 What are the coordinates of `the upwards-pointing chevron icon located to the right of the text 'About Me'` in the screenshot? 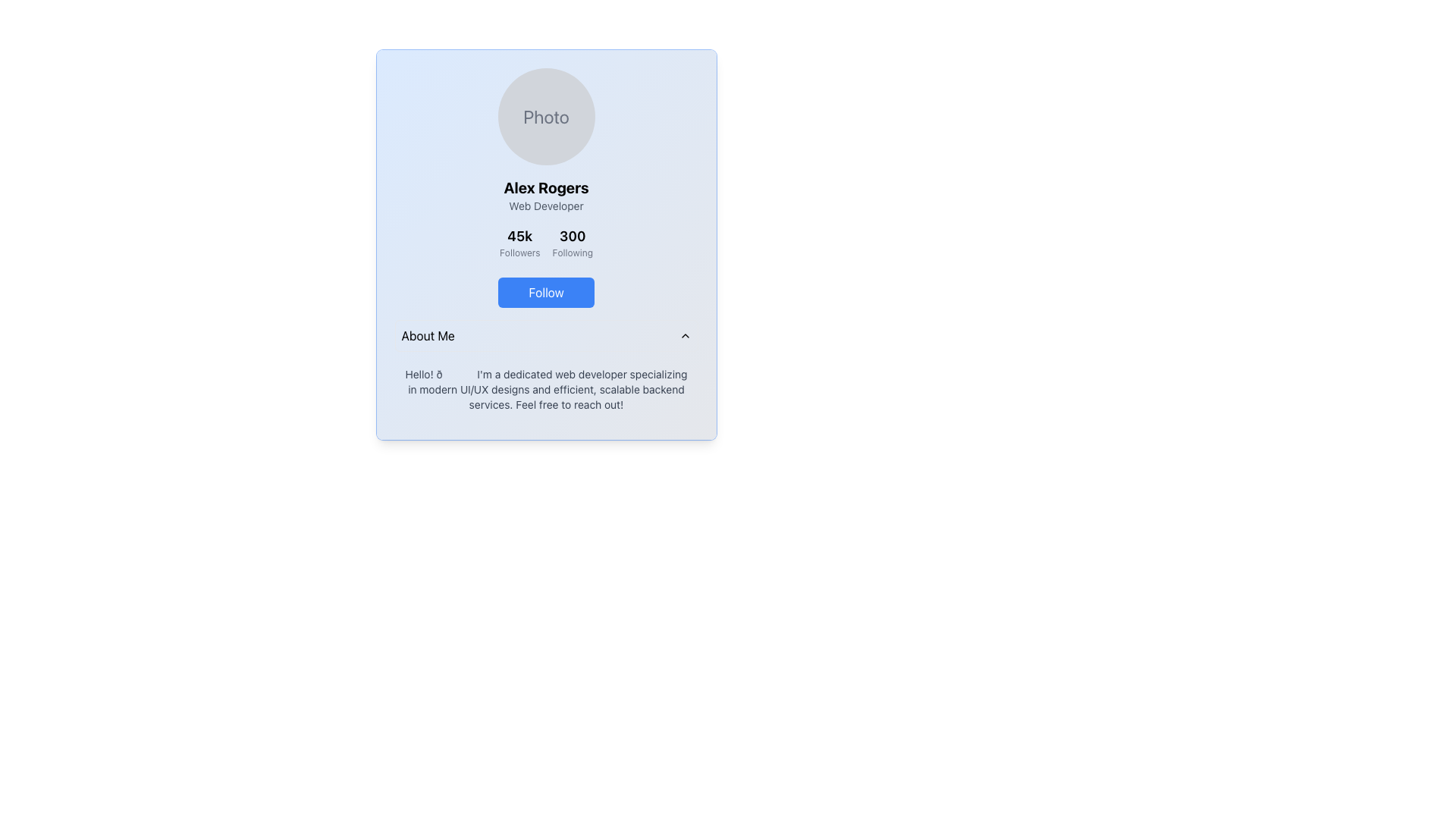 It's located at (684, 335).